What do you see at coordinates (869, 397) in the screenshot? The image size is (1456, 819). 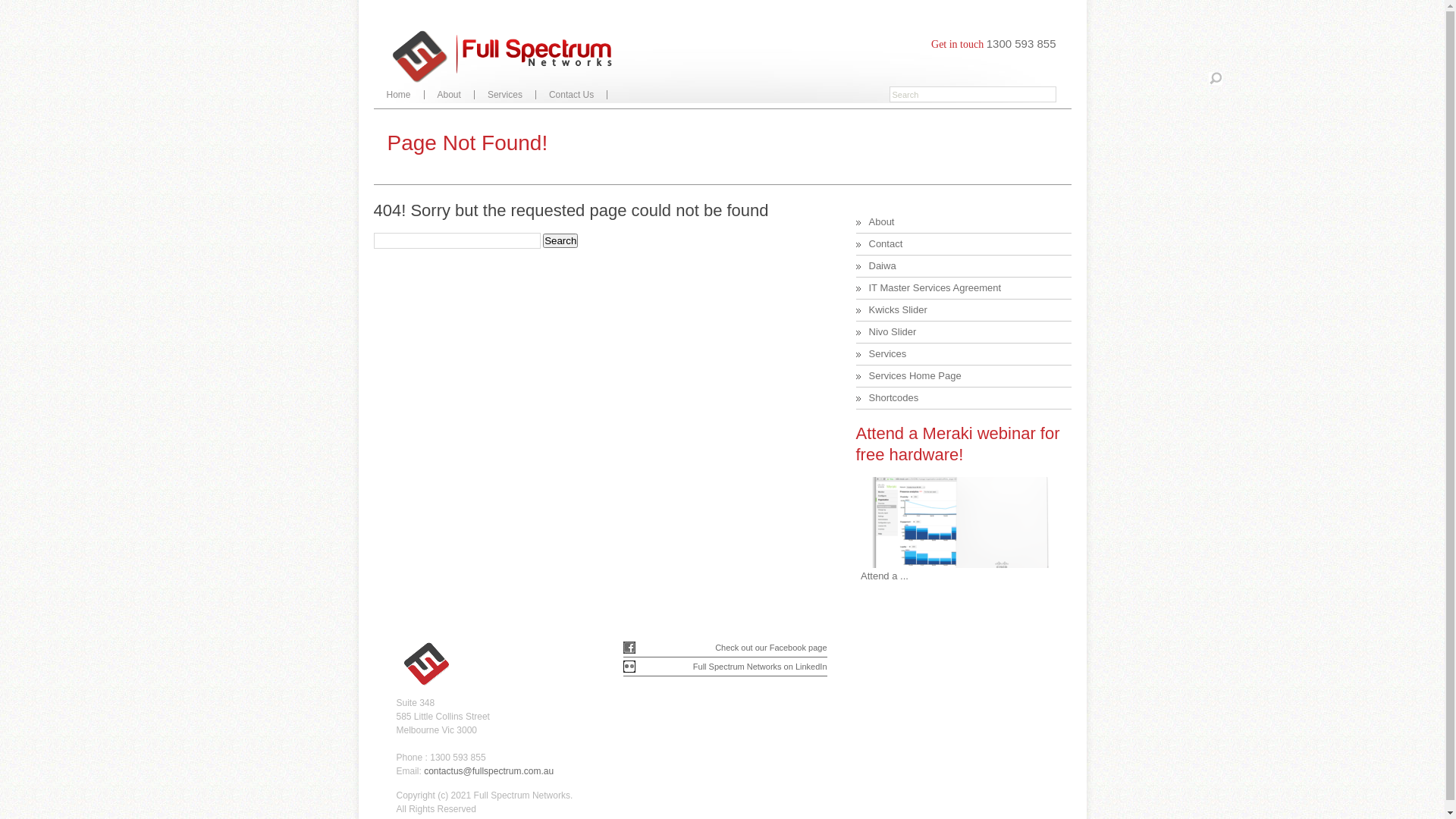 I see `'Shortcodes'` at bounding box center [869, 397].